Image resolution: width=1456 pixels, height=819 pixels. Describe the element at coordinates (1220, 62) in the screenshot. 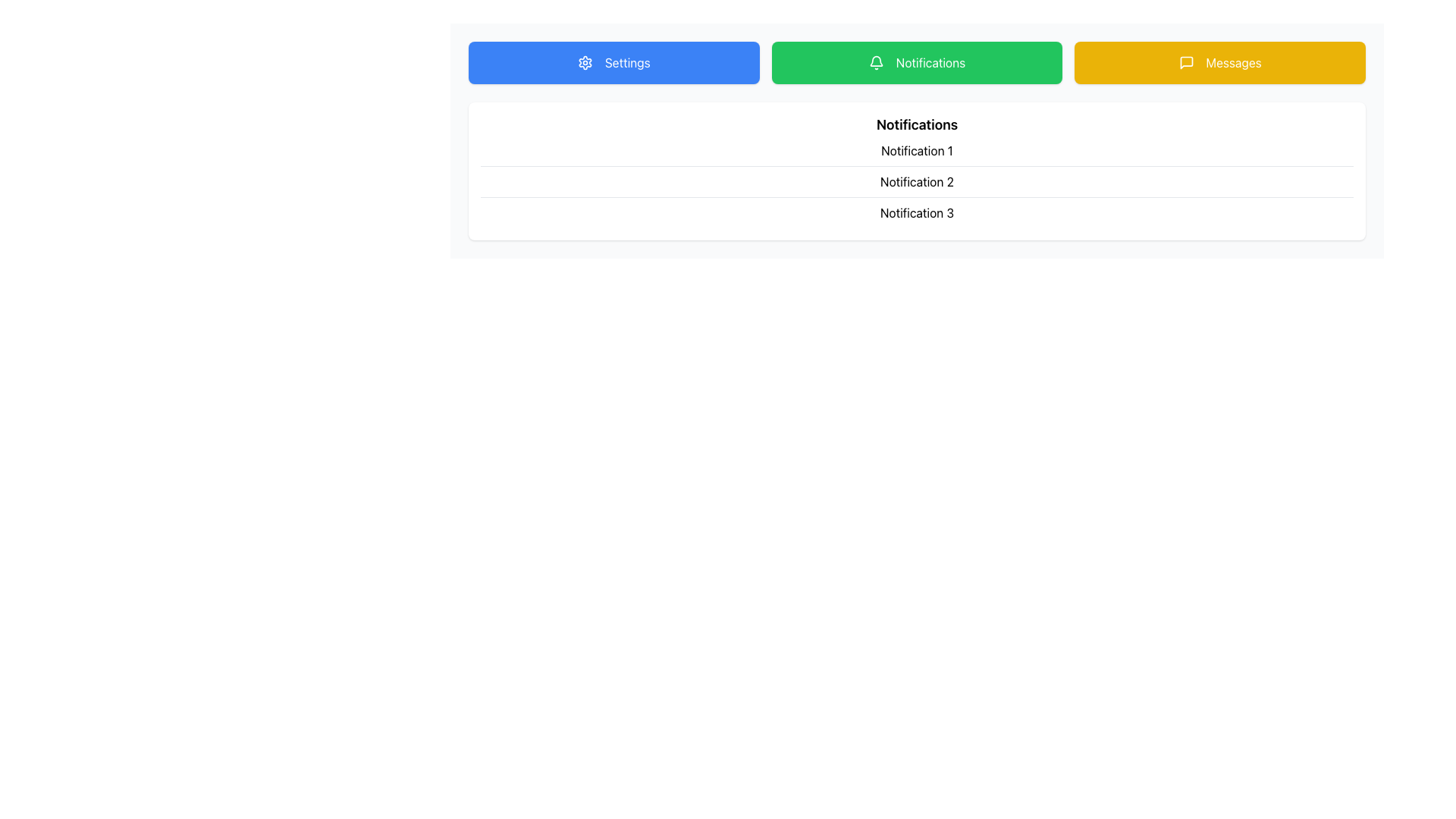

I see `the 'Messages' button, which is the third button from the left in a row of three buttons at the top of the page` at that location.